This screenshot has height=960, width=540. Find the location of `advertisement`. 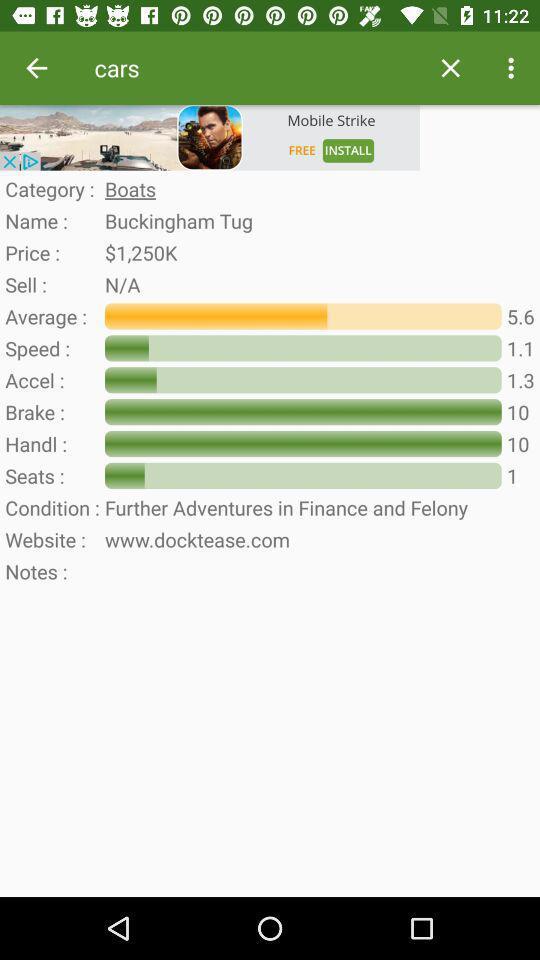

advertisement is located at coordinates (209, 136).